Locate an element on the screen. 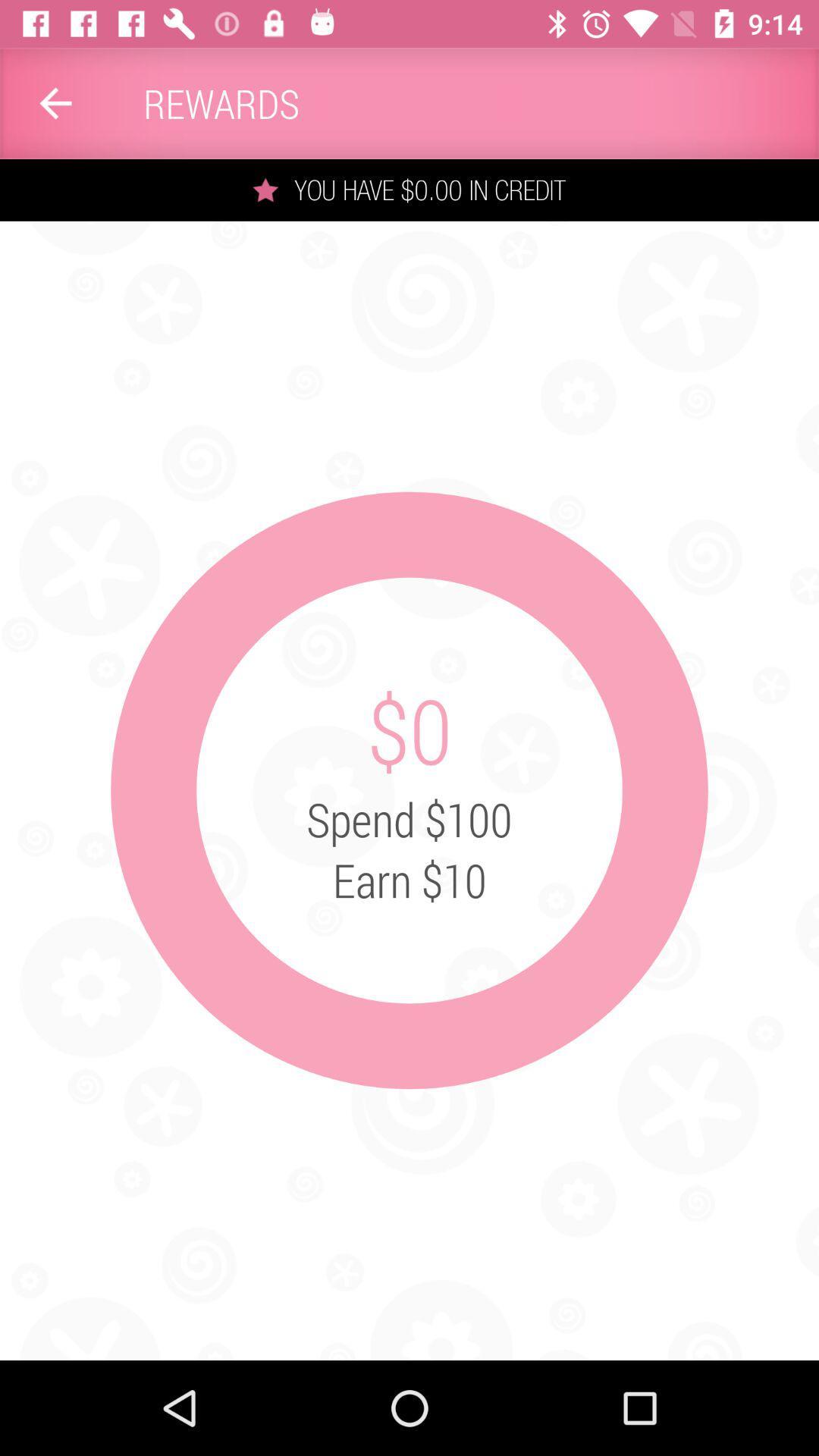  the app to the left of the rewards item is located at coordinates (55, 102).